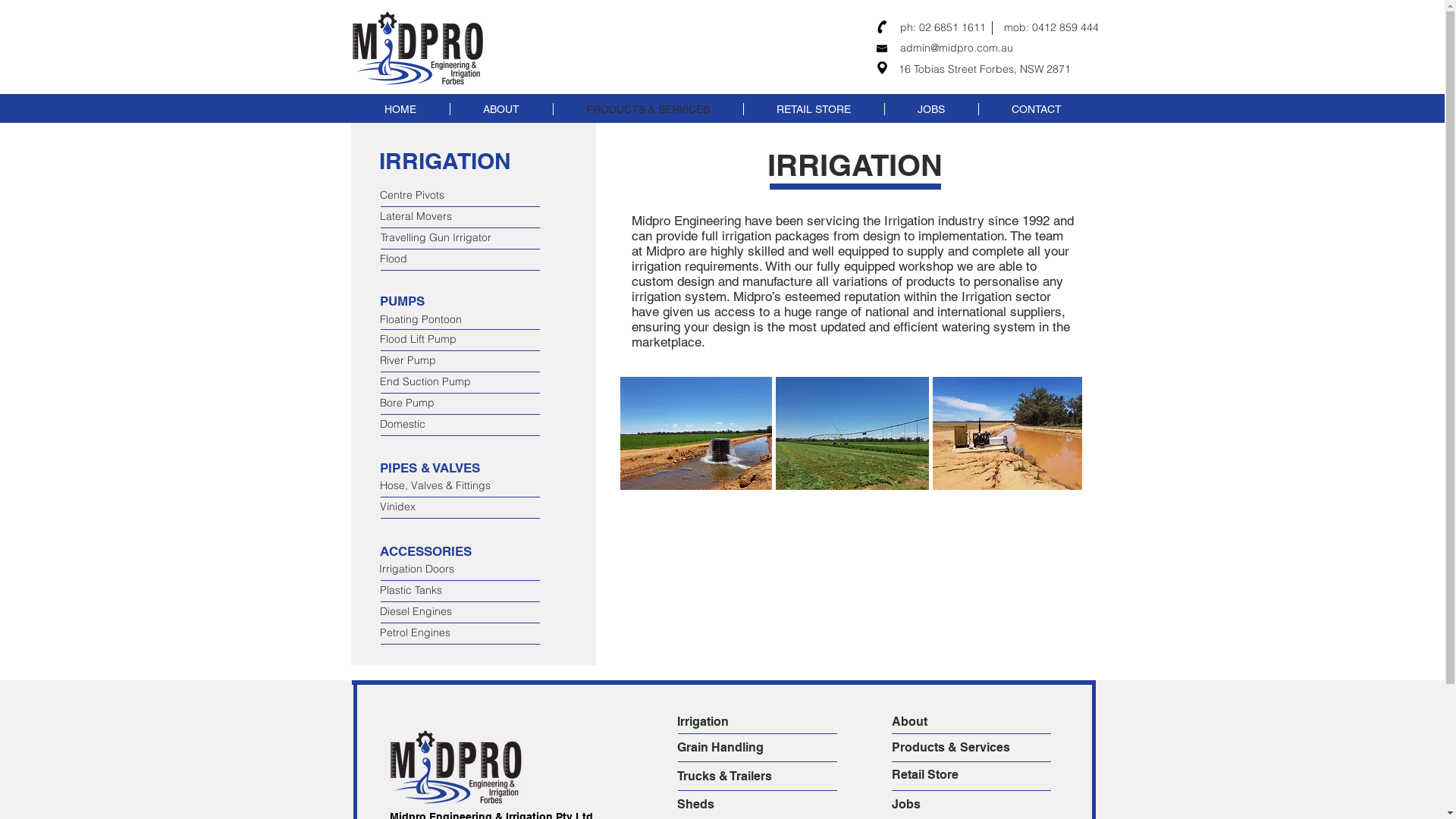 Image resolution: width=1456 pixels, height=819 pixels. Describe the element at coordinates (730, 721) in the screenshot. I see `'Irrigation'` at that location.